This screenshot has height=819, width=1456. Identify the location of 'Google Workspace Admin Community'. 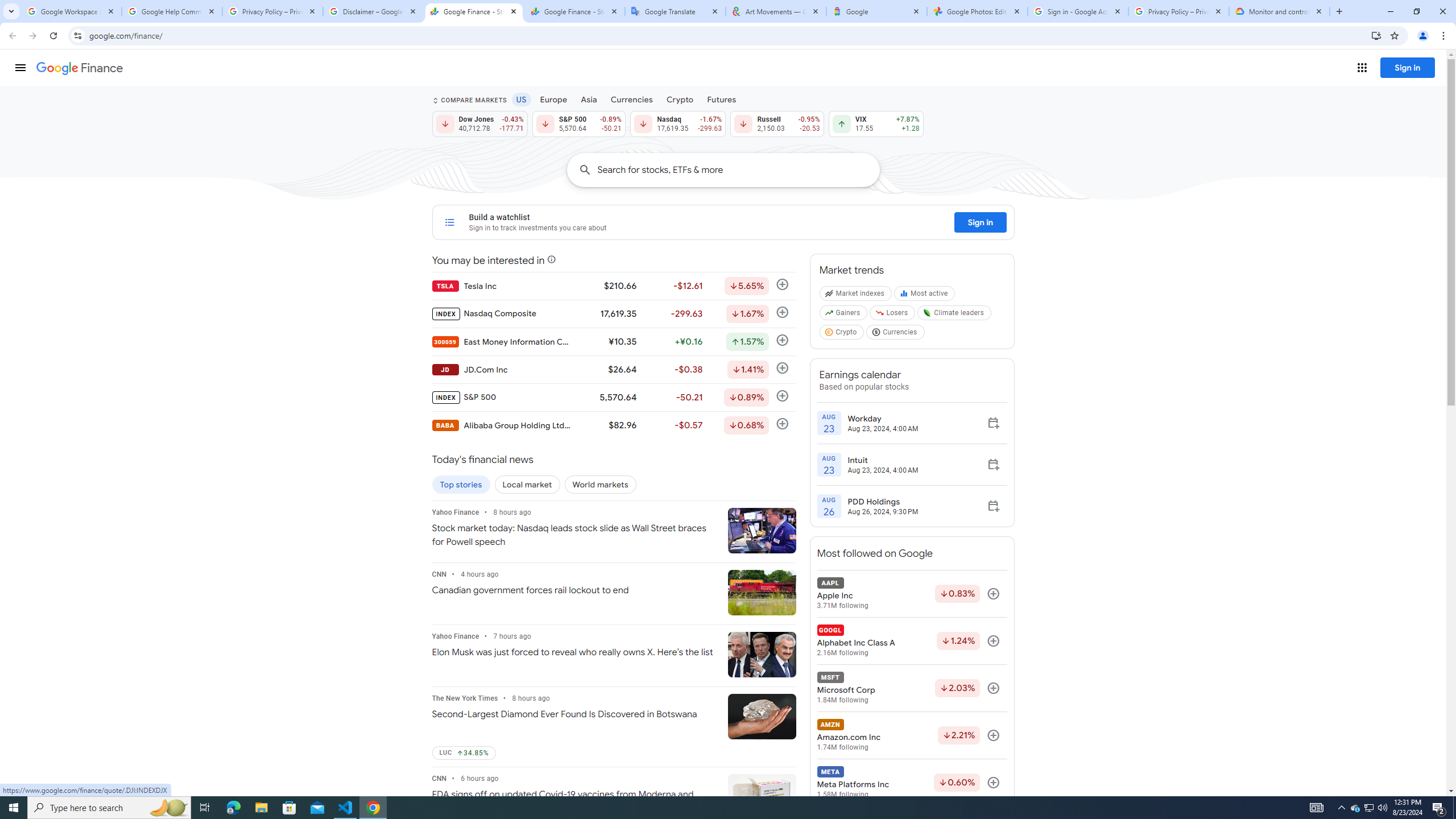
(71, 11).